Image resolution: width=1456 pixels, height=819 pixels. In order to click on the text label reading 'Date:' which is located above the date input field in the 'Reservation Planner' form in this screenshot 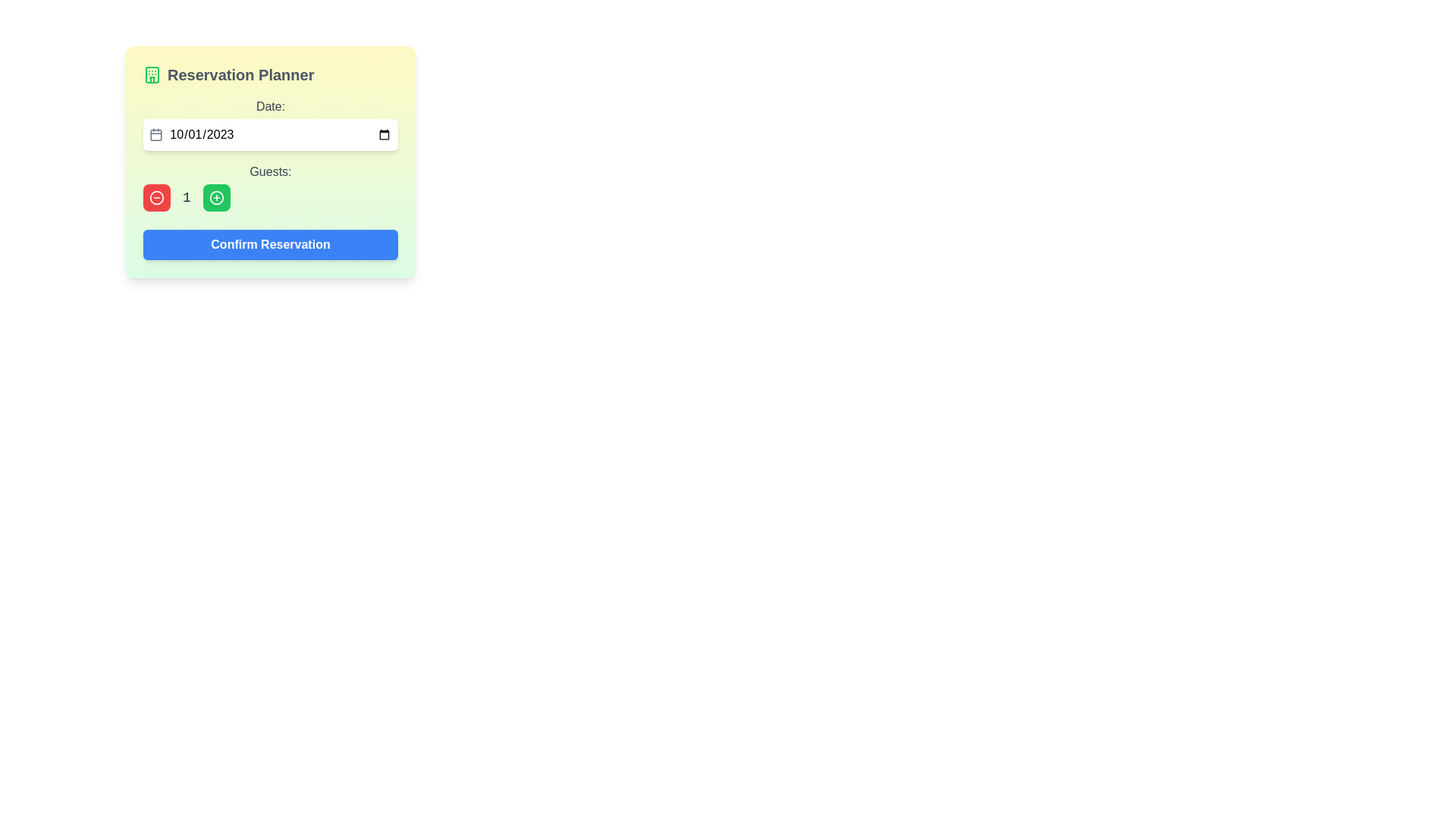, I will do `click(270, 106)`.